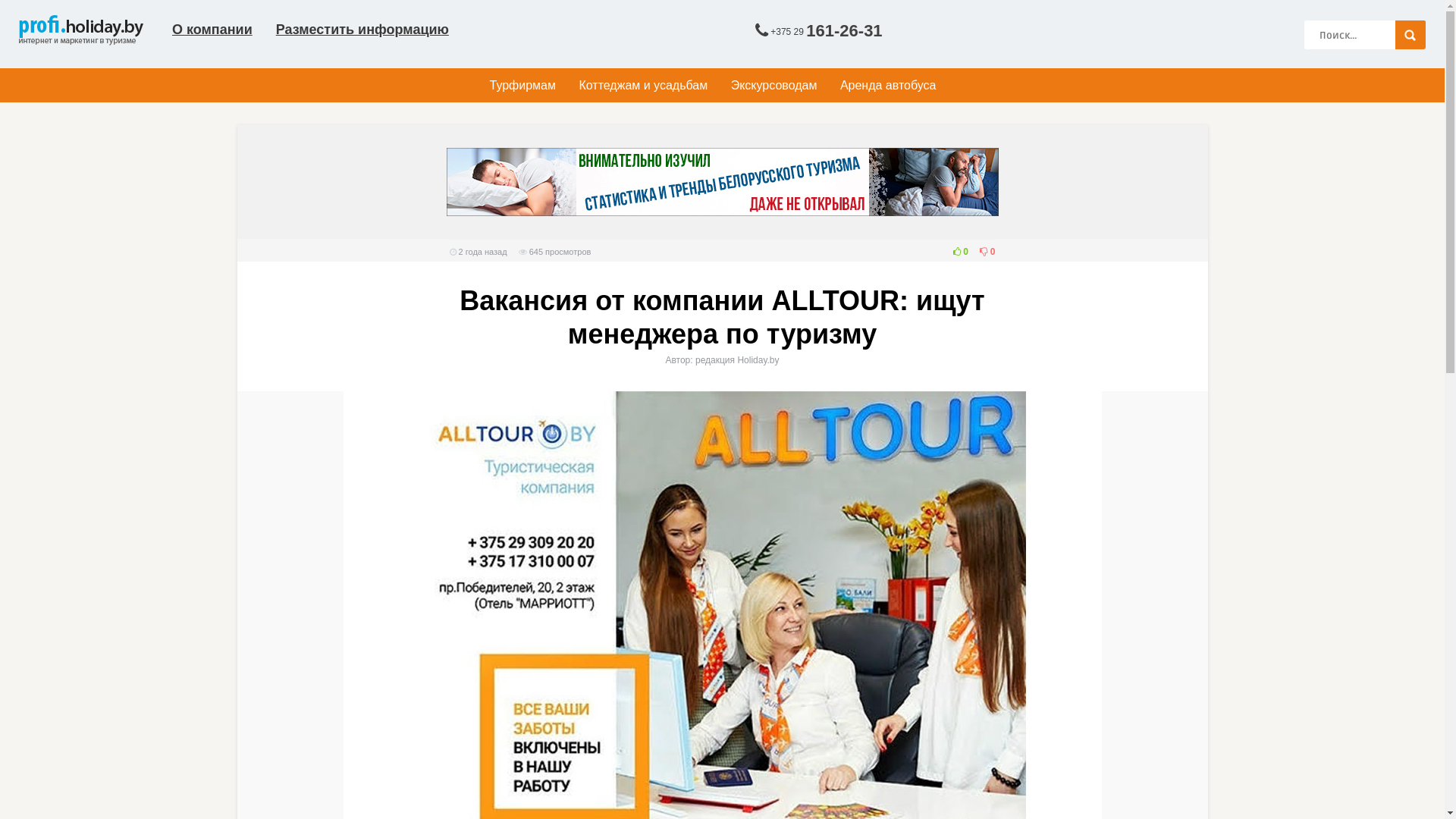 The width and height of the screenshot is (1456, 819). I want to click on '0', so click(956, 250).